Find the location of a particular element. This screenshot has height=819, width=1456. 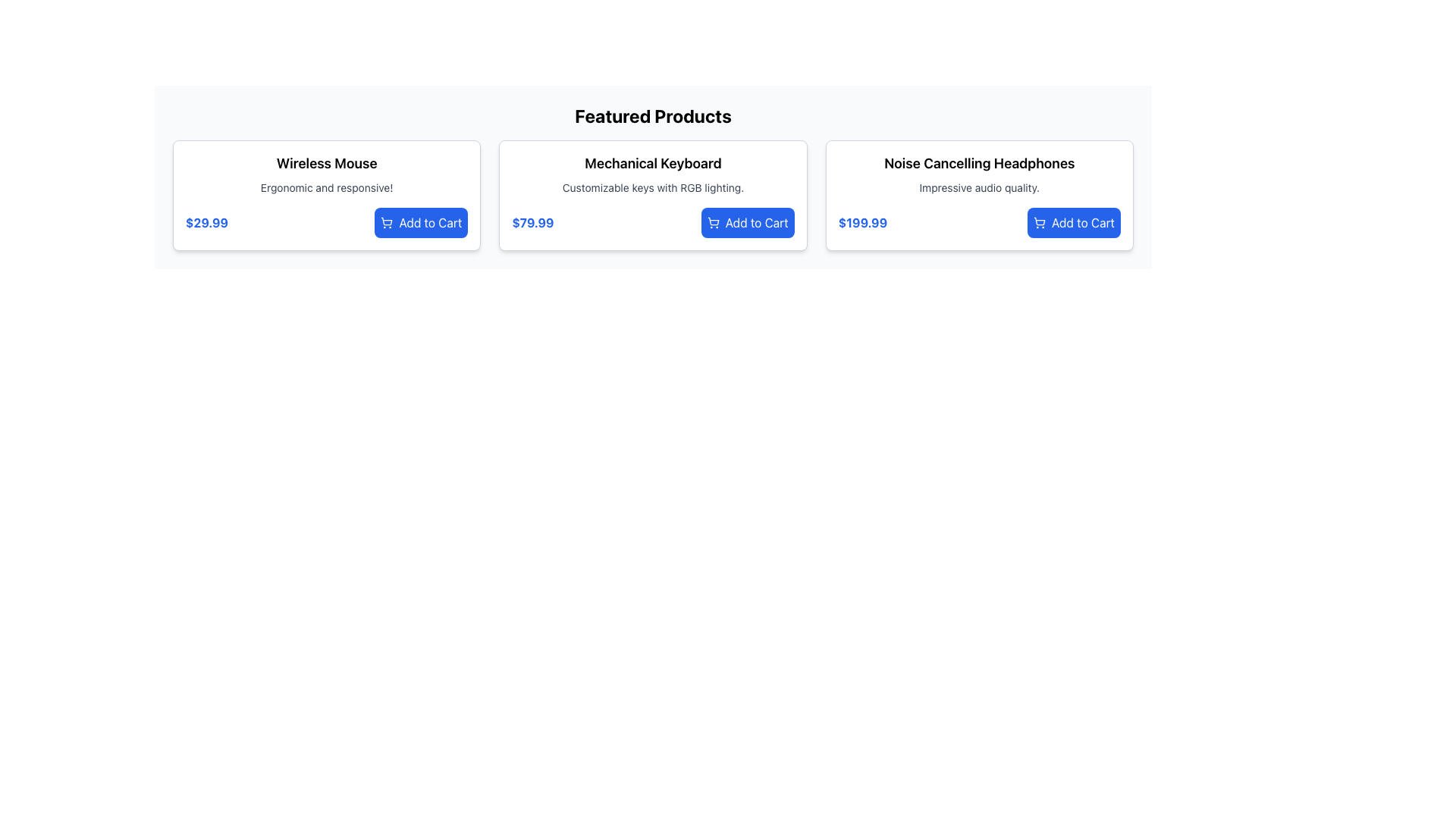

the 'Add to Cart' button located in the bottom right corner of the 'Mechanical Keyboard' product card, following the price label '$79.99' is located at coordinates (748, 222).